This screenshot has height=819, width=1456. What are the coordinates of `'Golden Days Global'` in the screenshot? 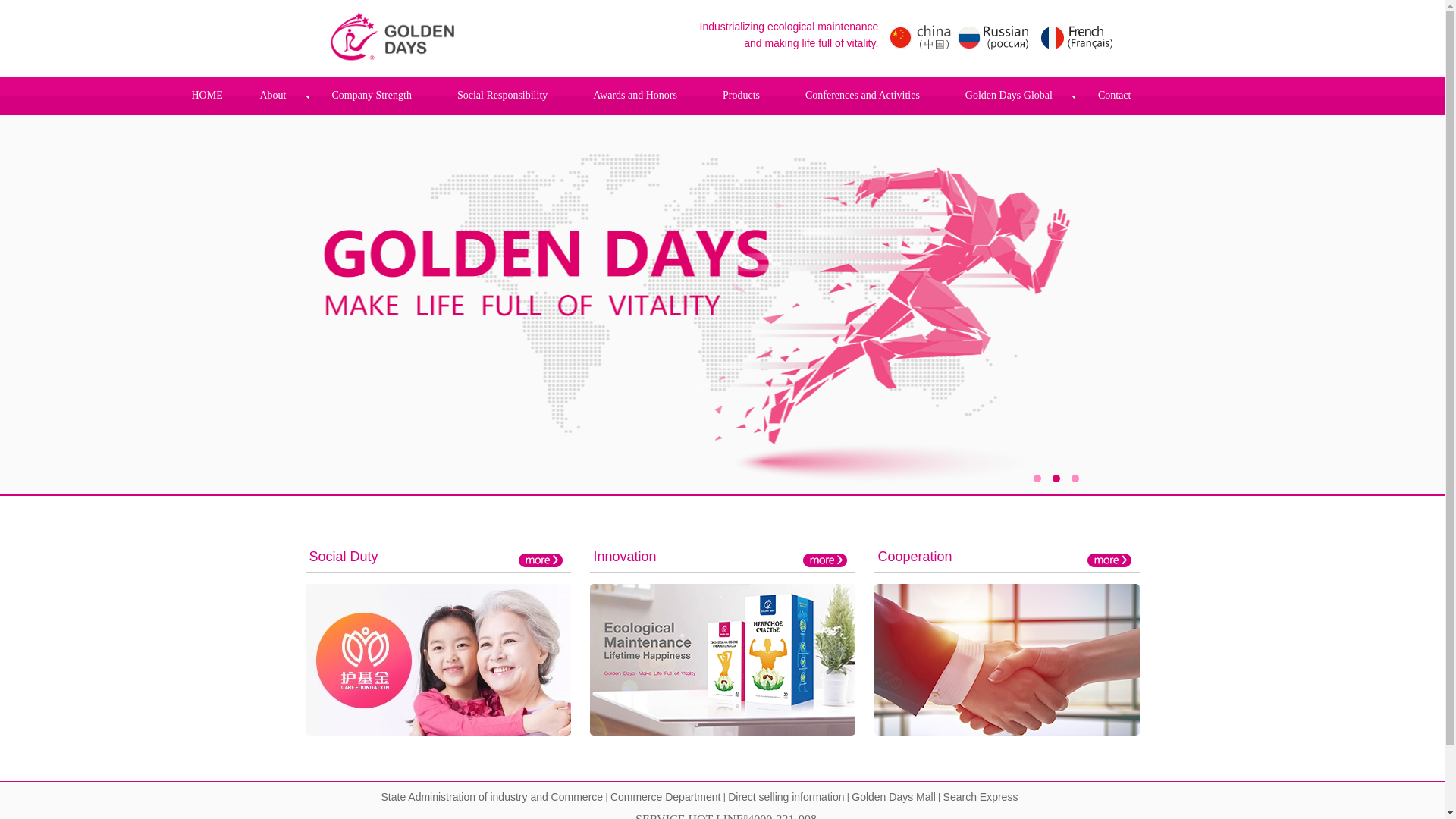 It's located at (942, 96).